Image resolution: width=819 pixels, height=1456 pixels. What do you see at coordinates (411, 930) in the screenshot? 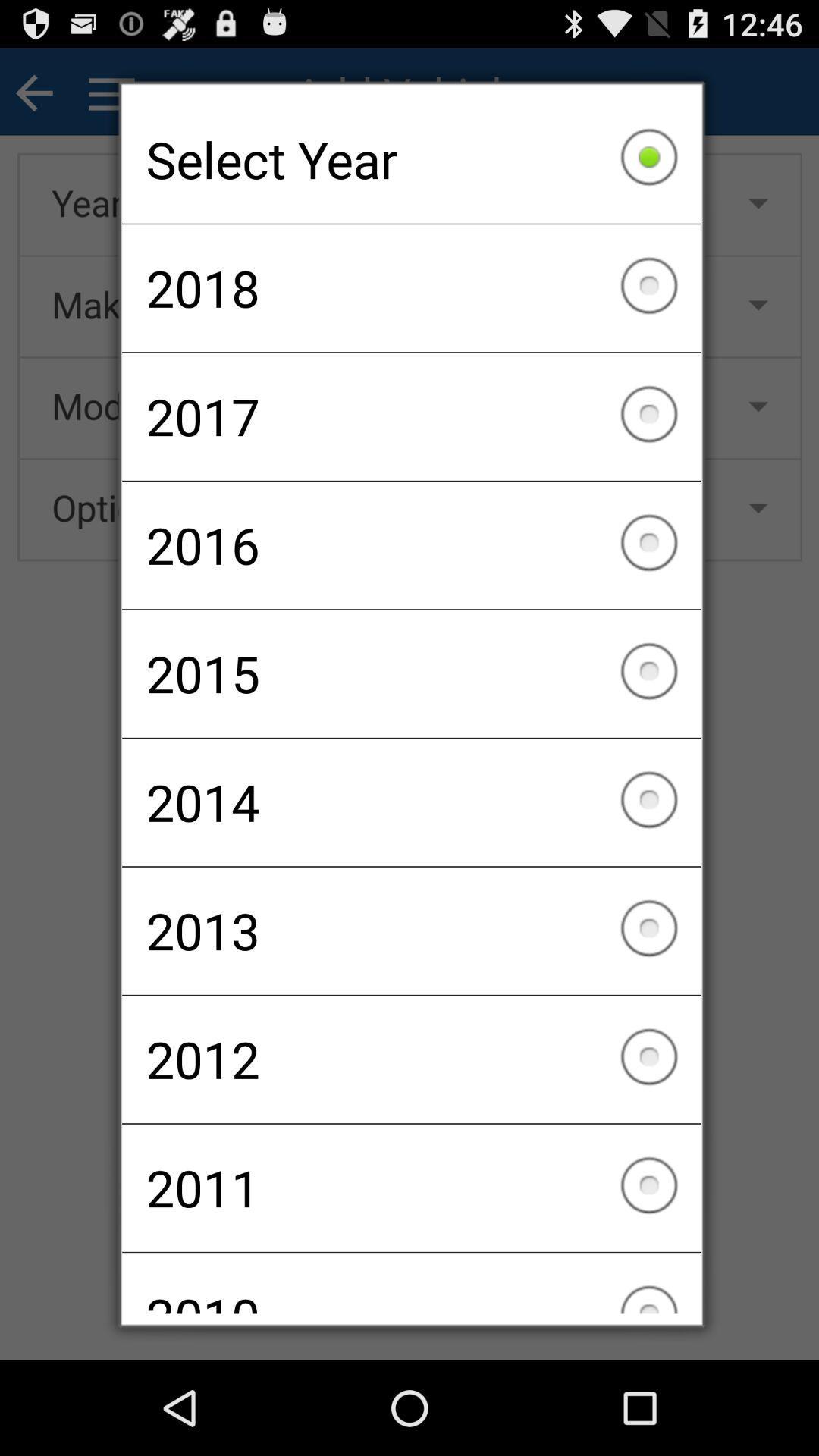
I see `the 2013 checkbox` at bounding box center [411, 930].